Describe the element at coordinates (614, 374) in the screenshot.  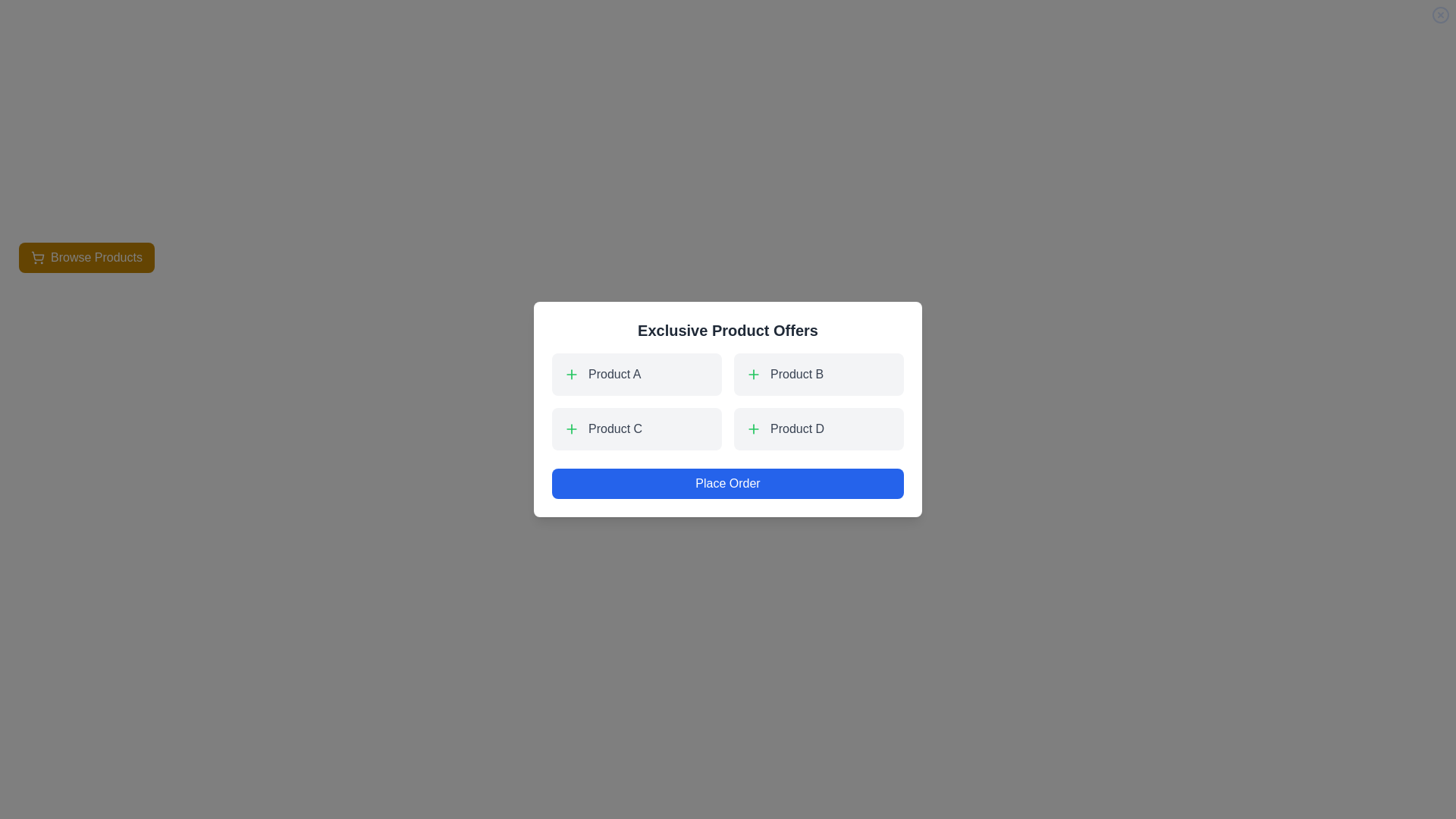
I see `the text label displaying 'Product A' which is styled with a gray font color and positioned towards the left side of the element cluster in the popup interface` at that location.